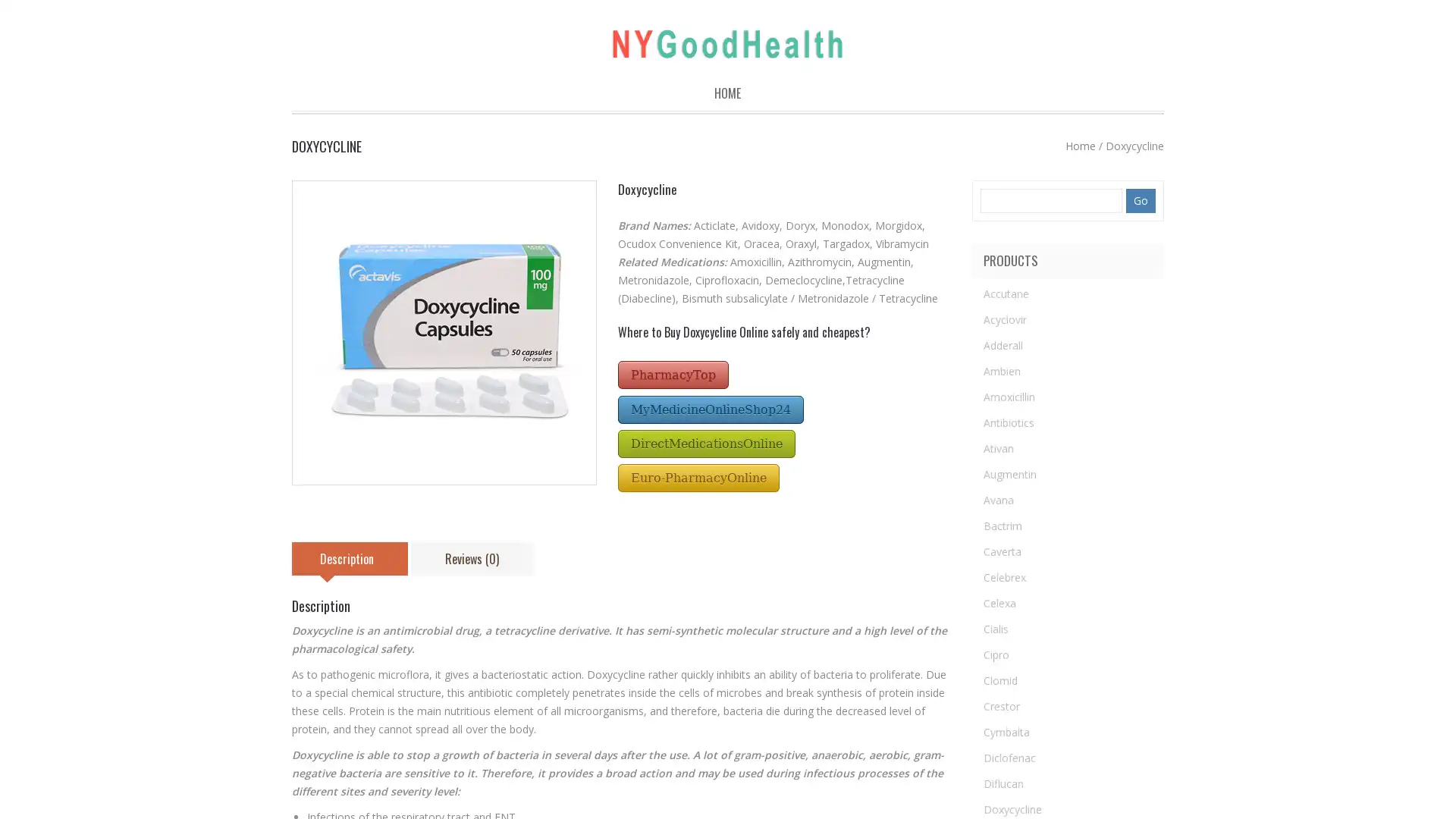  What do you see at coordinates (1141, 200) in the screenshot?
I see `Go` at bounding box center [1141, 200].